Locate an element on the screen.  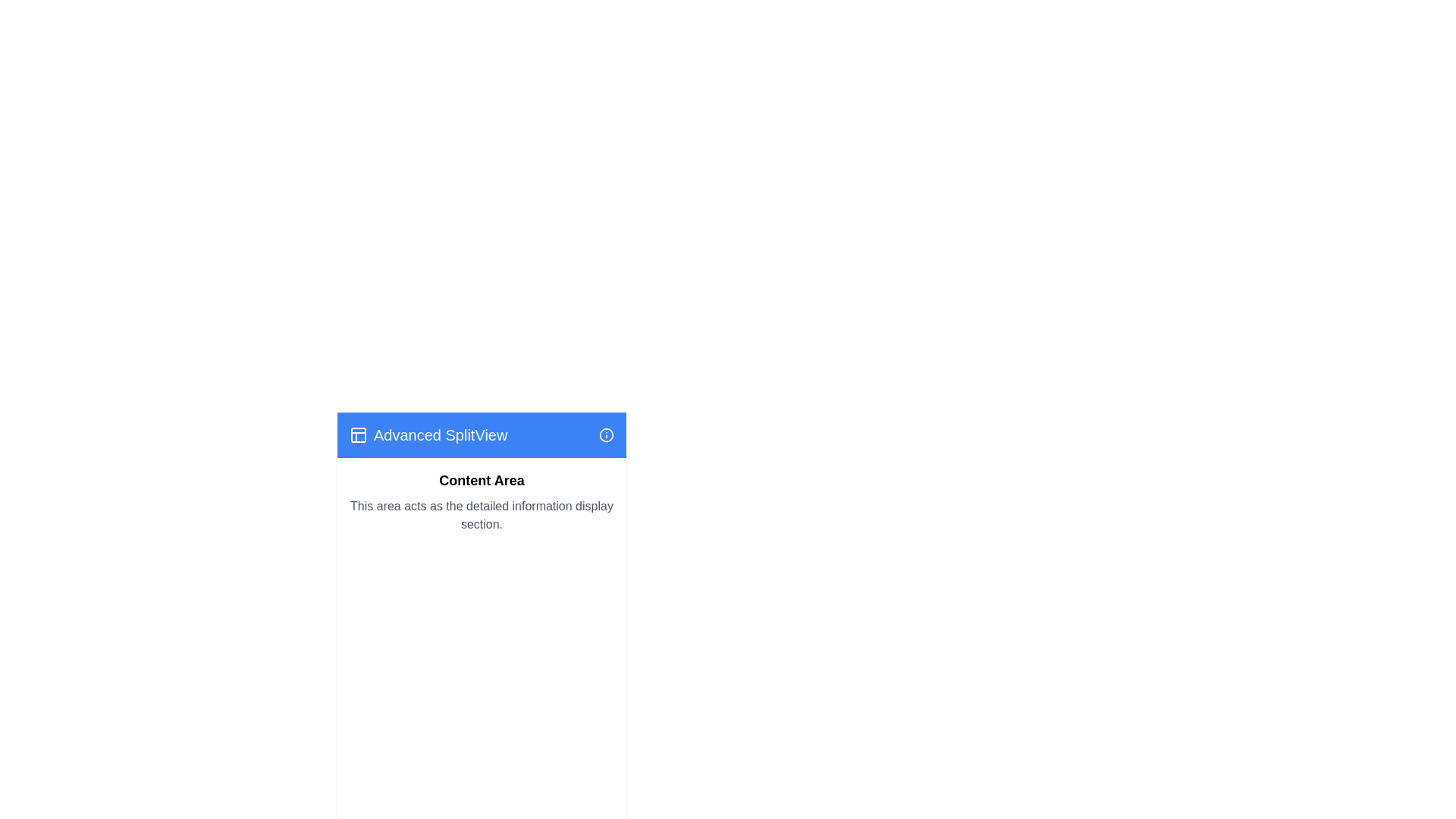
the grid layout icon, which has a white stroke and is positioned against a blue background, located to the left of the 'Advanced SplitView' text in the header section is located at coordinates (358, 435).